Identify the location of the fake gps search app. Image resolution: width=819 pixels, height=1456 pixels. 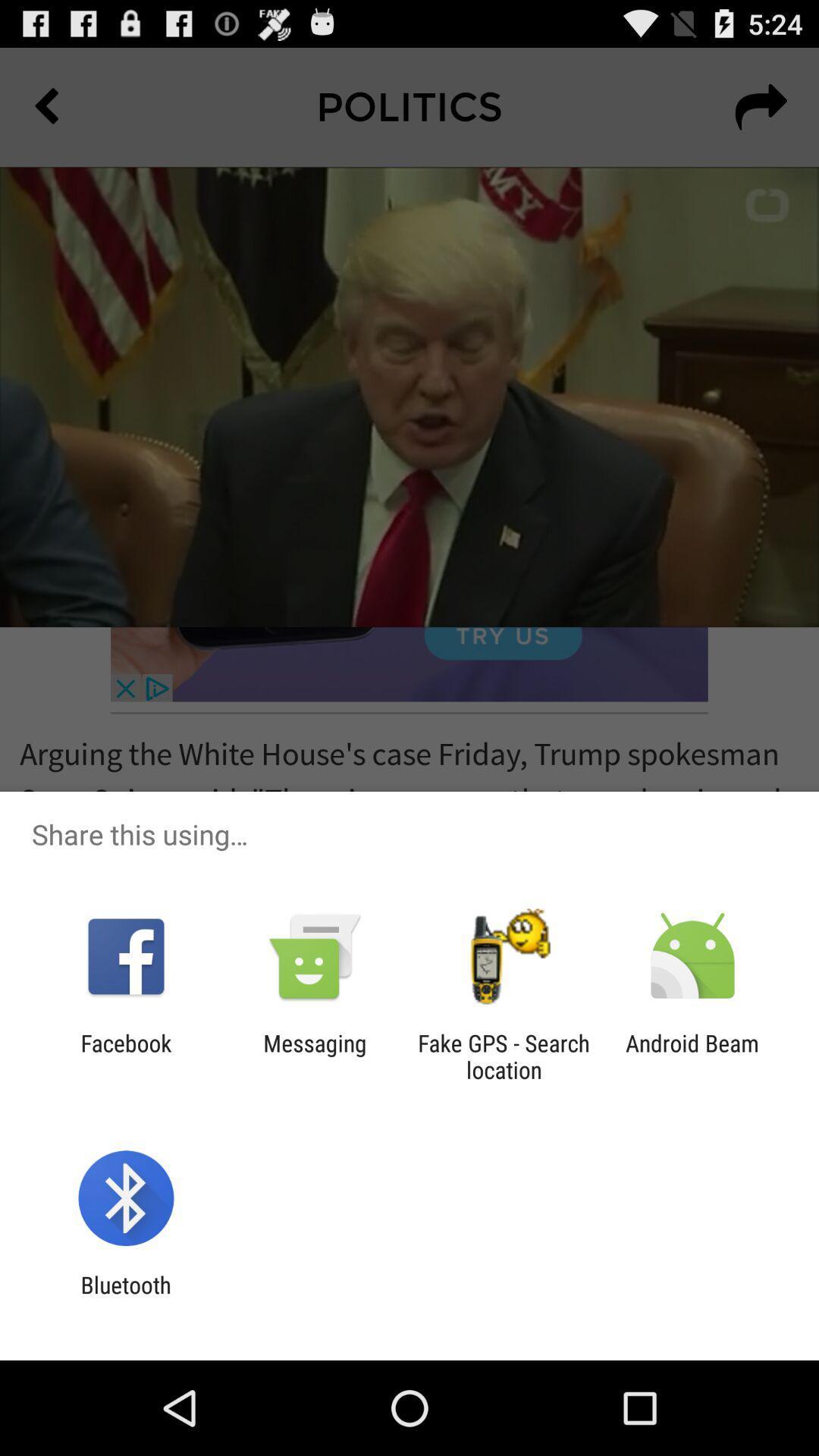
(504, 1056).